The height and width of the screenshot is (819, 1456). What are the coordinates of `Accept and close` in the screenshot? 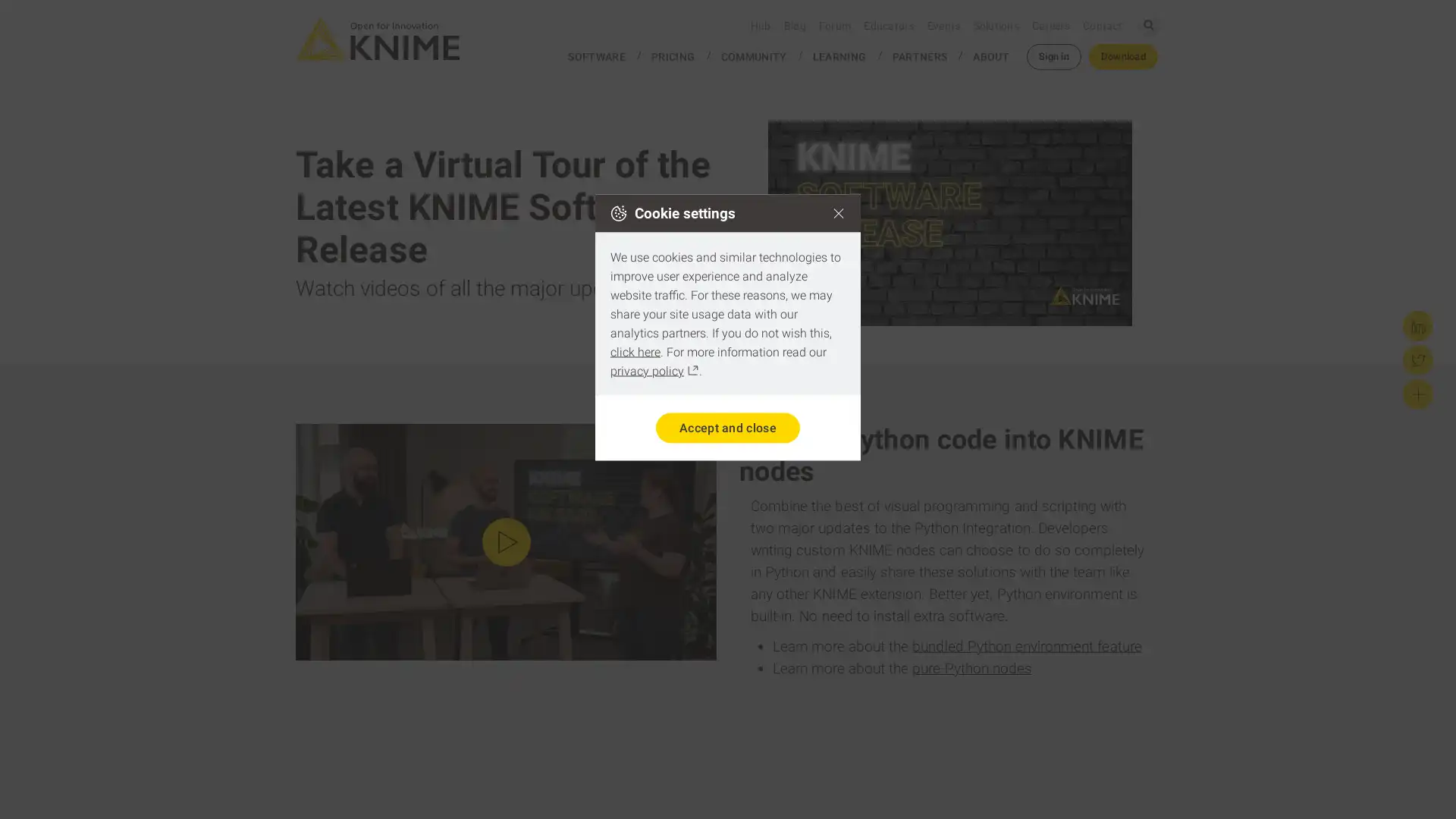 It's located at (726, 427).